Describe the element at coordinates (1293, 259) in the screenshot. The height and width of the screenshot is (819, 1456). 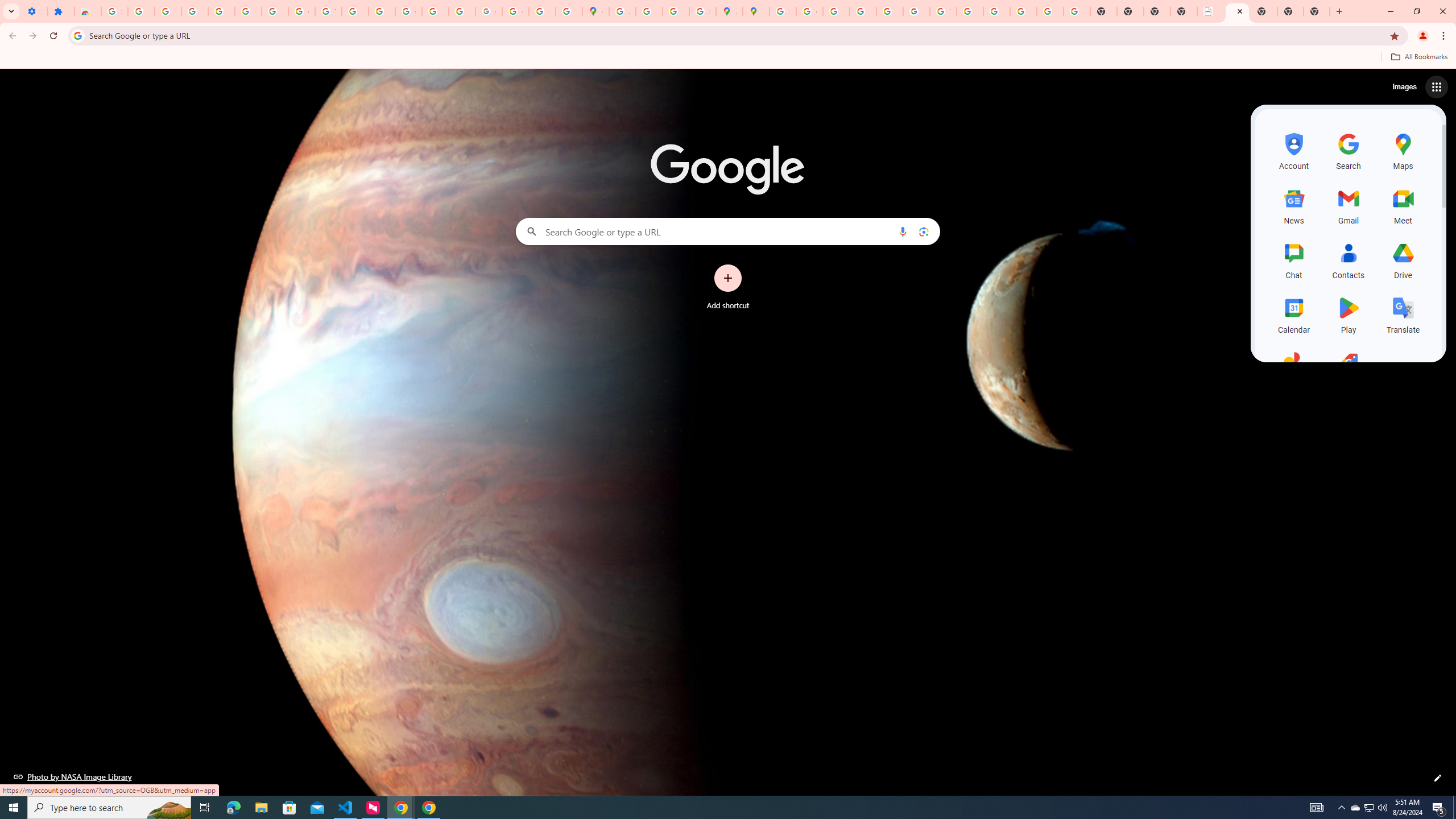
I see `'Chat, row 3 of 5 and column 1 of 3 in the first section'` at that location.